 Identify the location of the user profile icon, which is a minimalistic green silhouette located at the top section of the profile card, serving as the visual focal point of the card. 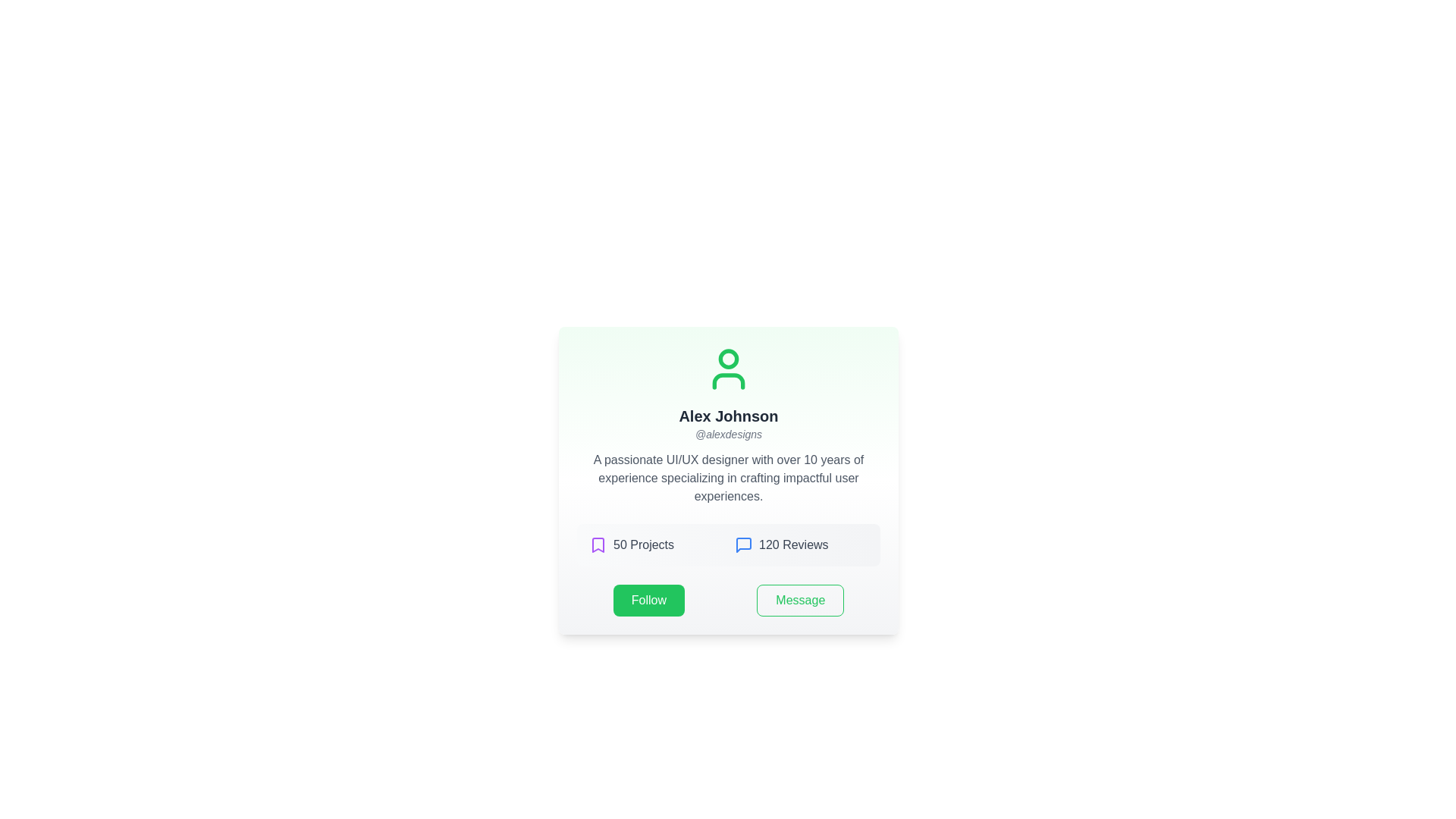
(728, 369).